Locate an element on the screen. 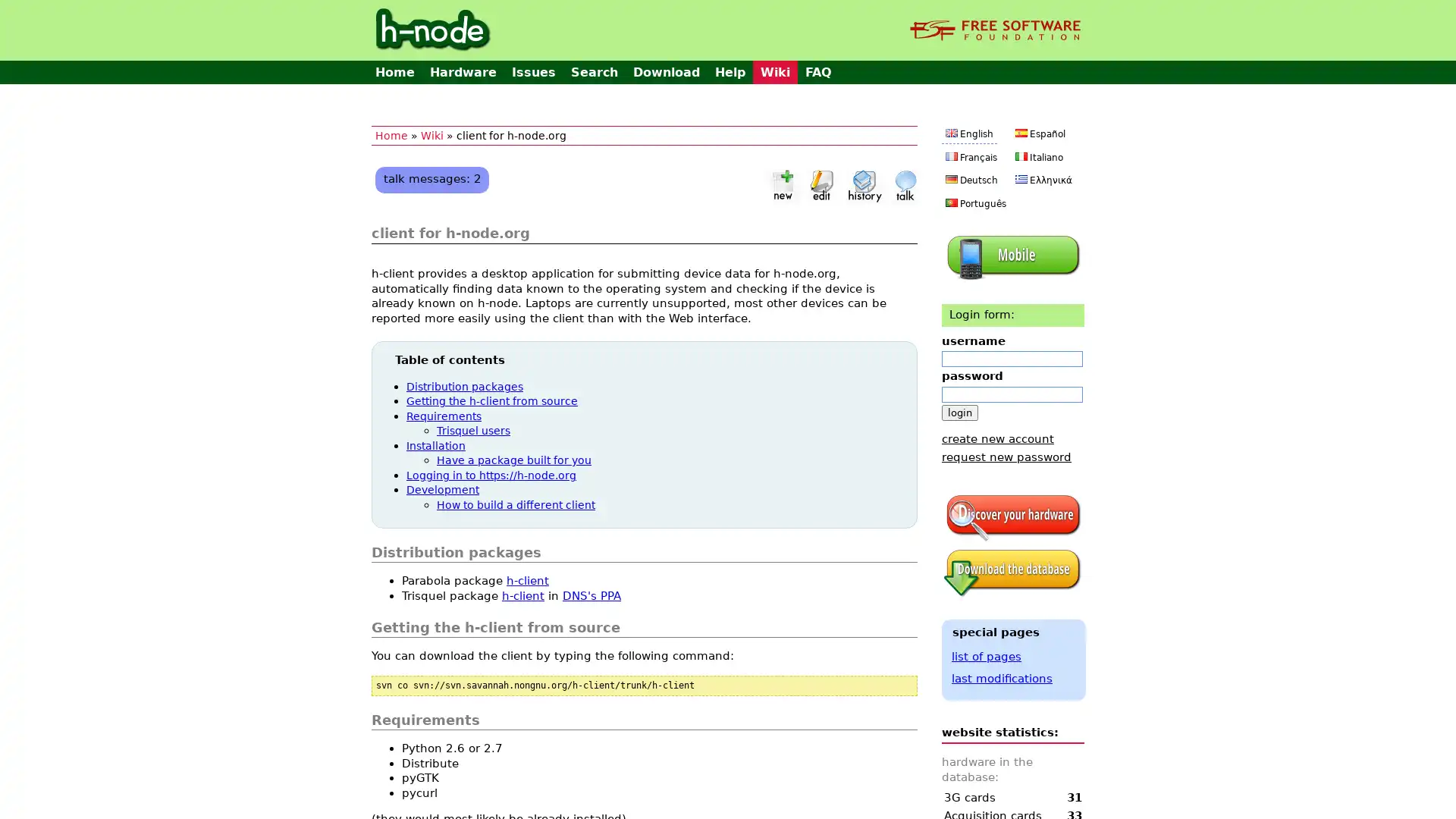  xedit is located at coordinates (821, 184).